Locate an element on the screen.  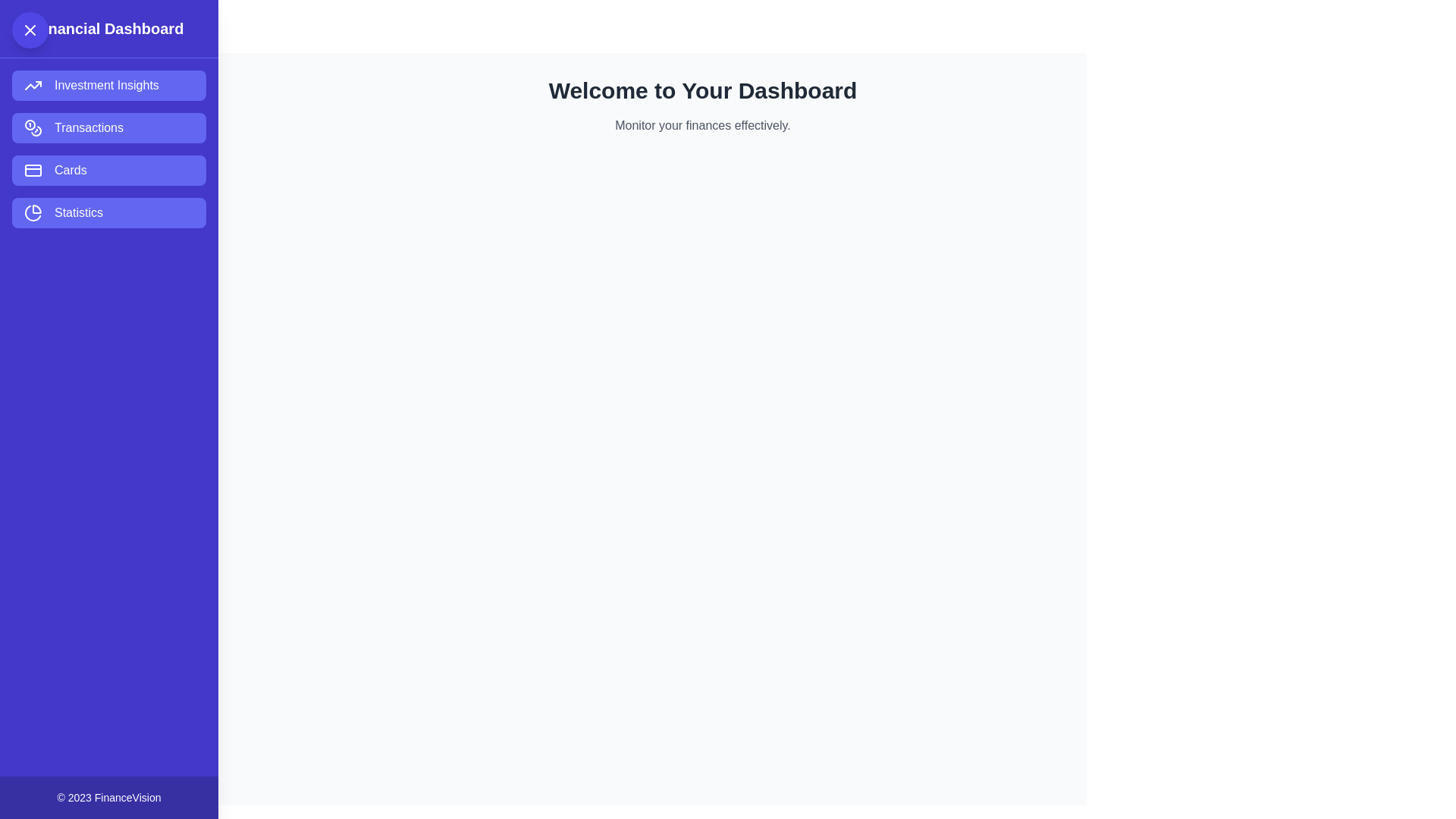
the Text Label that serves as a title or header for the dashboard interface, located above the phrase 'Monitor your finances effectively' is located at coordinates (701, 90).